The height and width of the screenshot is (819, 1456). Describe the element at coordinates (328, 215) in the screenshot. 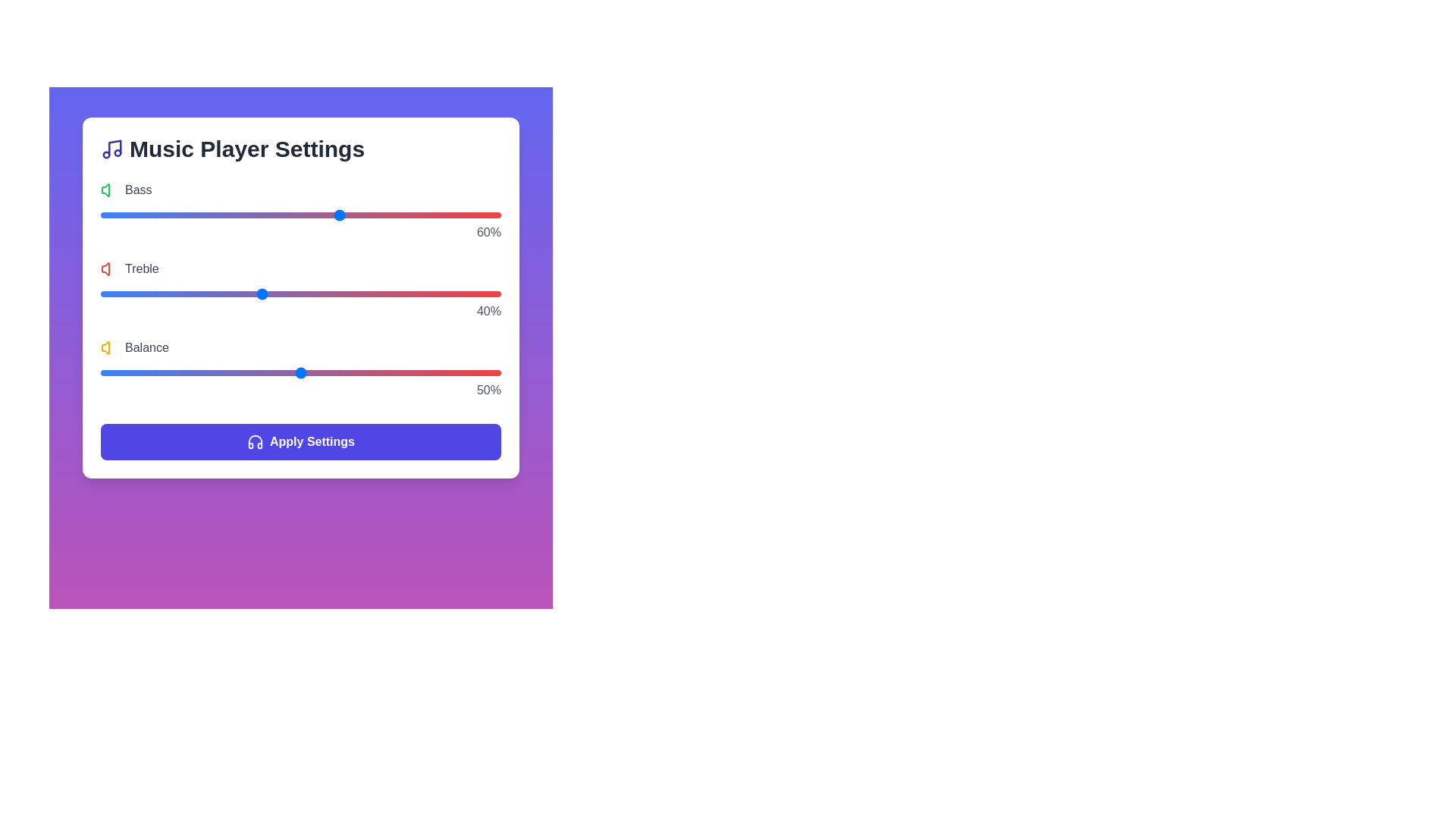

I see `the 0 slider to 57%` at that location.